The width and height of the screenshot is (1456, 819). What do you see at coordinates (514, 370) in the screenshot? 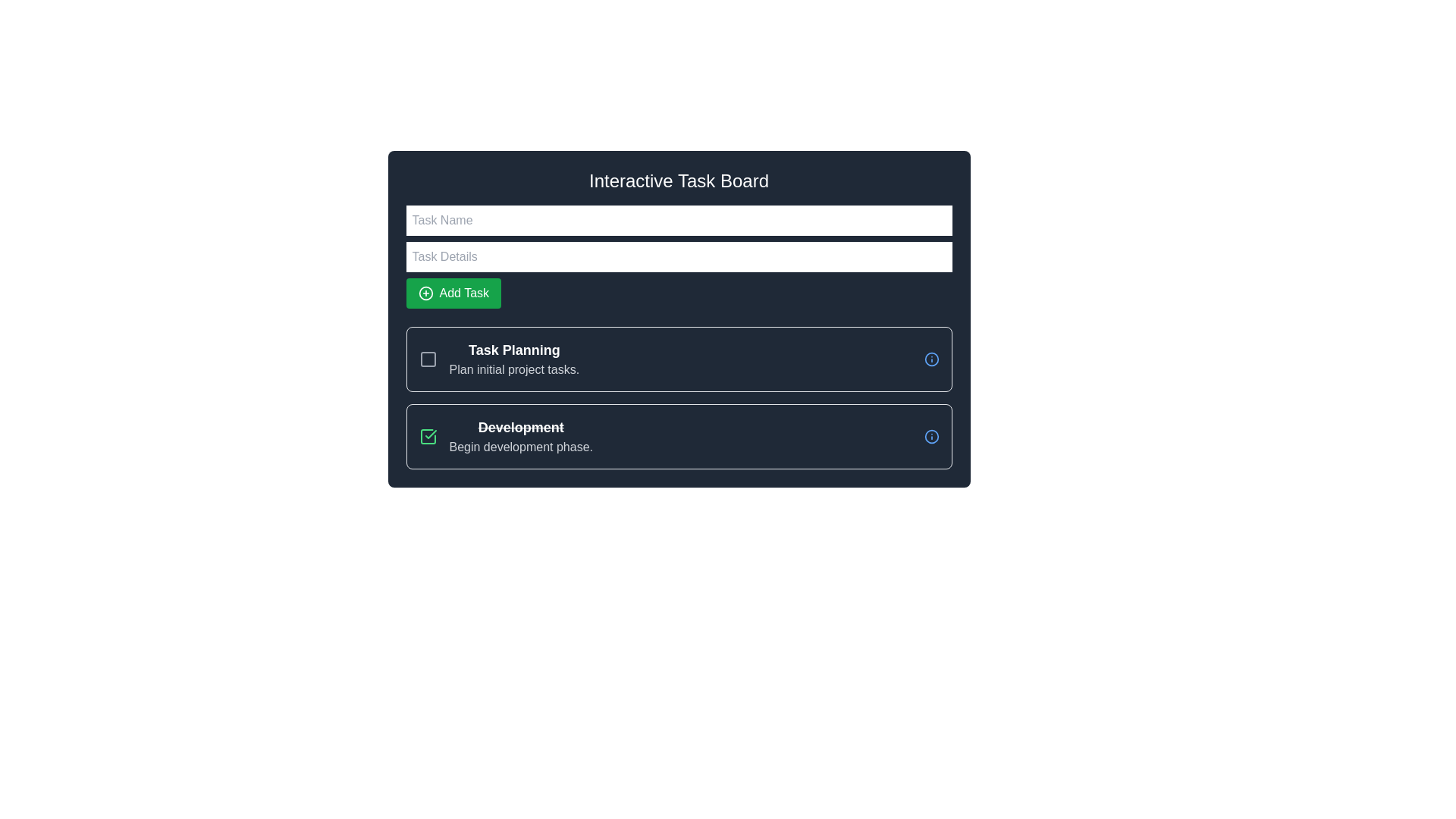
I see `the text label displaying 'Plan initial project tasks.' located under the 'Task Planning' heading in the first task card` at bounding box center [514, 370].